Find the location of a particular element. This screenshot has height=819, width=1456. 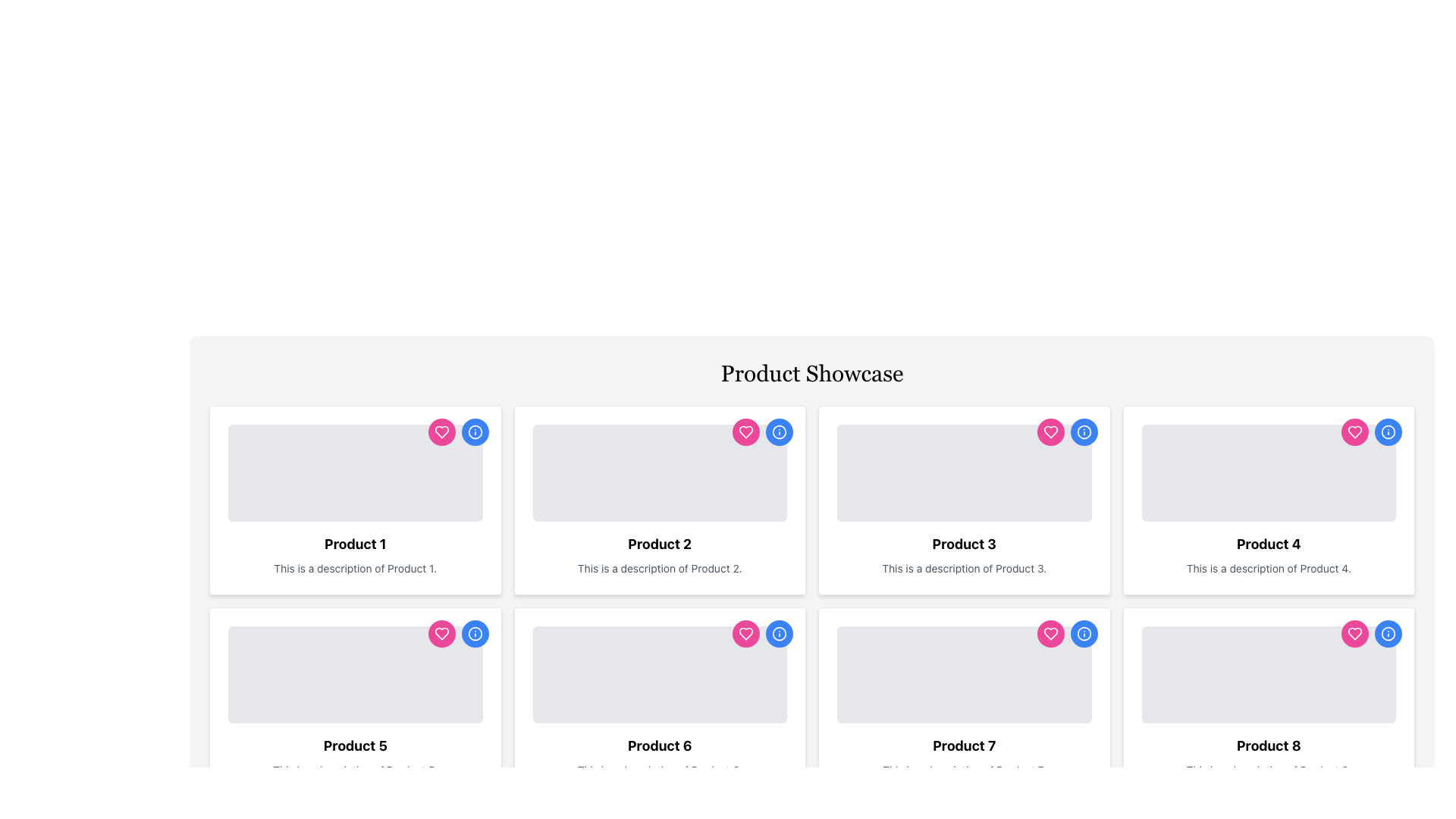

the second button at the bottom right of Product 8's card is located at coordinates (1083, 634).